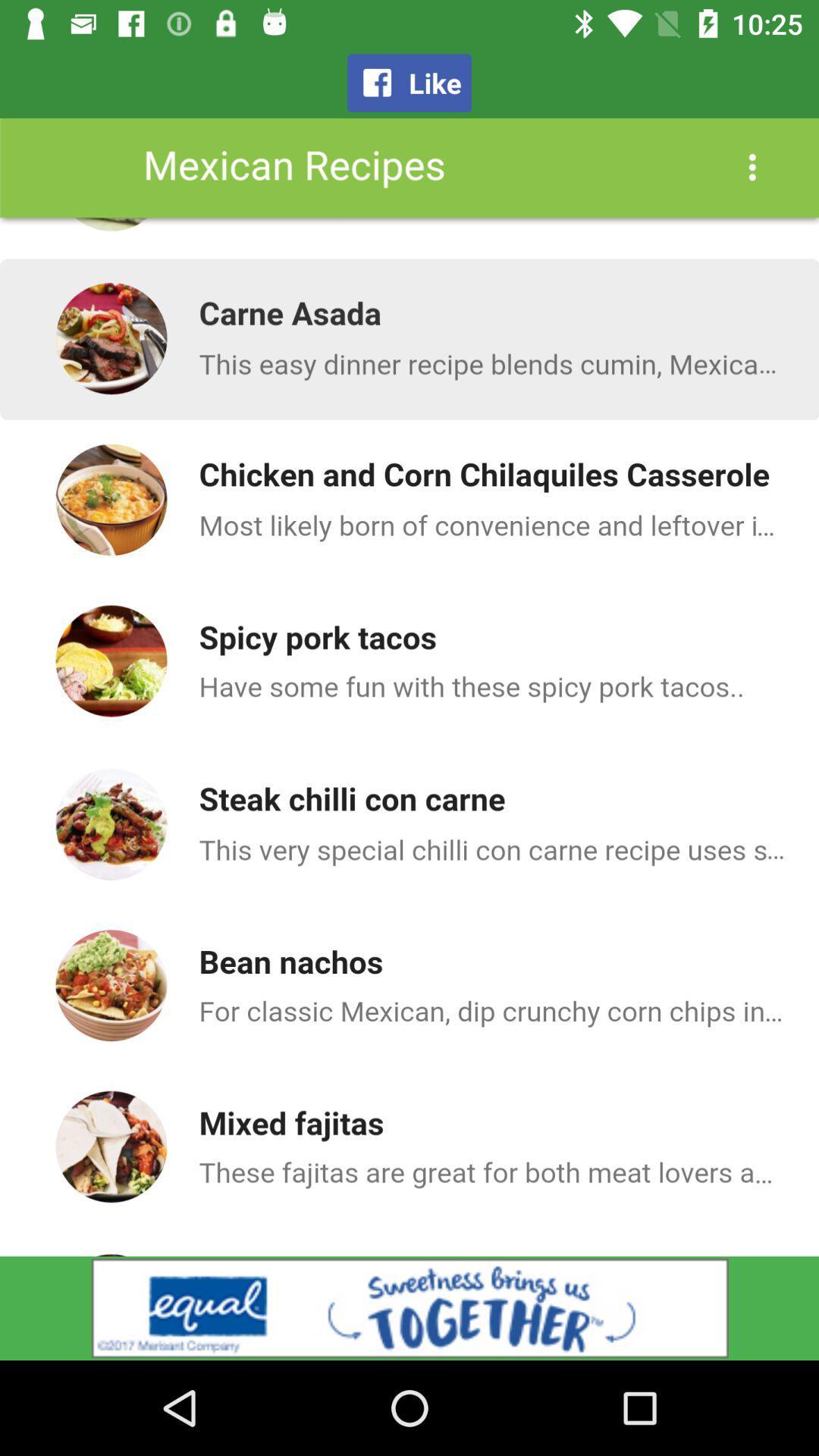  Describe the element at coordinates (409, 1307) in the screenshot. I see `get more information` at that location.